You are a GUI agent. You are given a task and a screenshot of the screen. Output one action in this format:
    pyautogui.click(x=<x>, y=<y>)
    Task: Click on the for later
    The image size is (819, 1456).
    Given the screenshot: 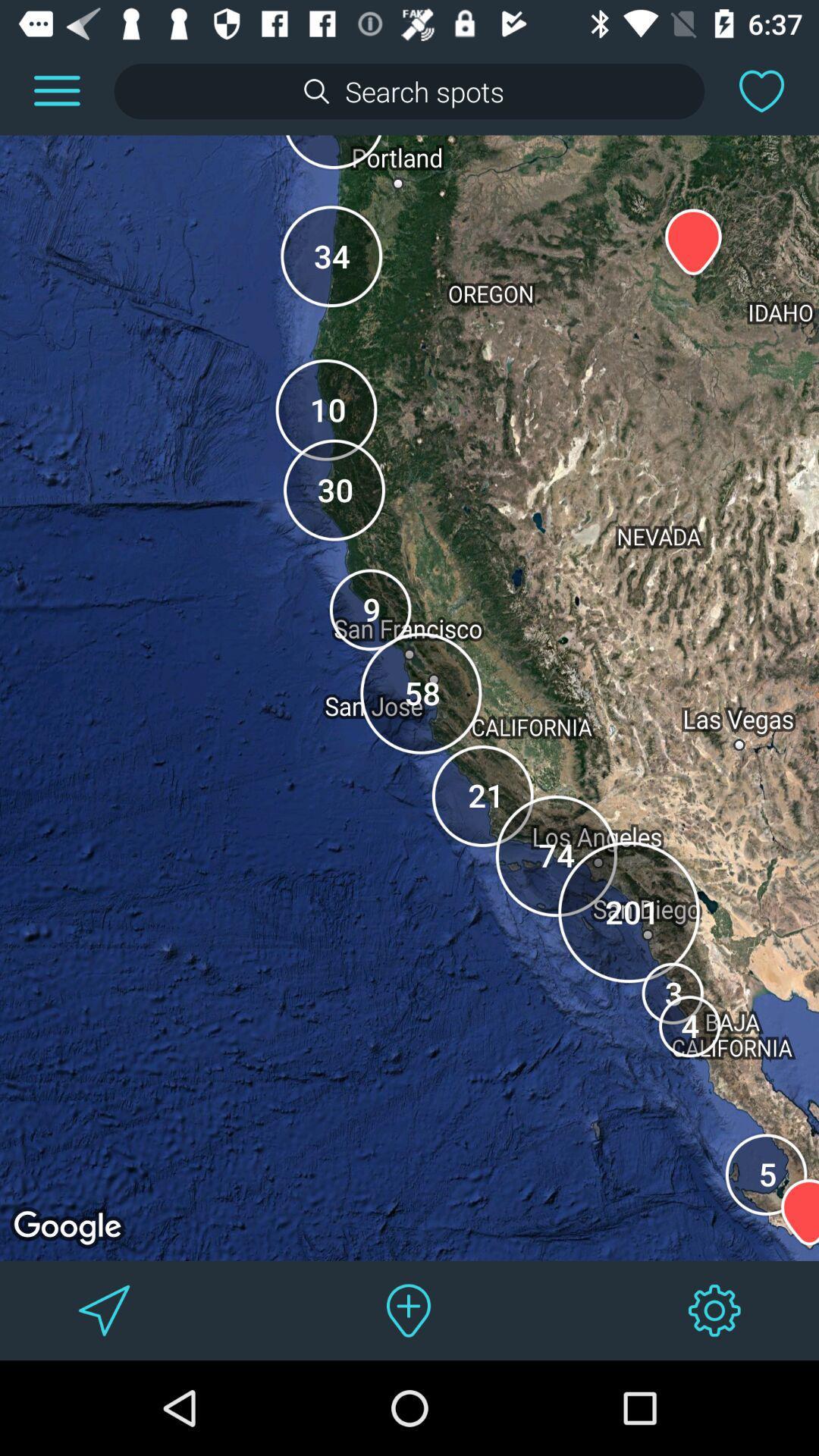 What is the action you would take?
    pyautogui.click(x=761, y=90)
    